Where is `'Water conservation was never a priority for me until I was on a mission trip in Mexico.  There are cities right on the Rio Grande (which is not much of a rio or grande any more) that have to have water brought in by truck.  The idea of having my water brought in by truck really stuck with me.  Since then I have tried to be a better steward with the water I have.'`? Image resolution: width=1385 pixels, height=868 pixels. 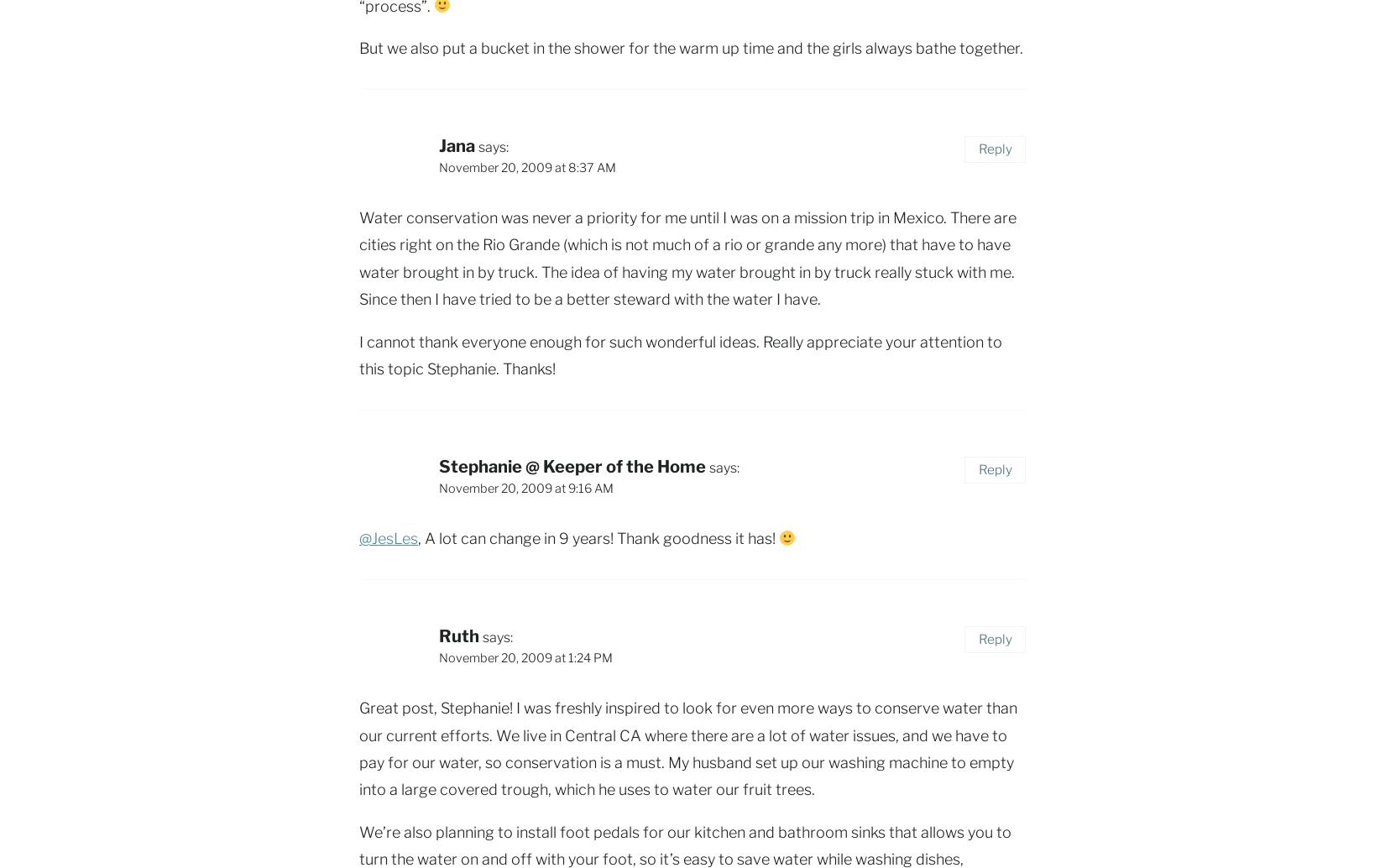 'Water conservation was never a priority for me until I was on a mission trip in Mexico.  There are cities right on the Rio Grande (which is not much of a rio or grande any more) that have to have water brought in by truck.  The idea of having my water brought in by truck really stuck with me.  Since then I have tried to be a better steward with the water I have.' is located at coordinates (687, 258).